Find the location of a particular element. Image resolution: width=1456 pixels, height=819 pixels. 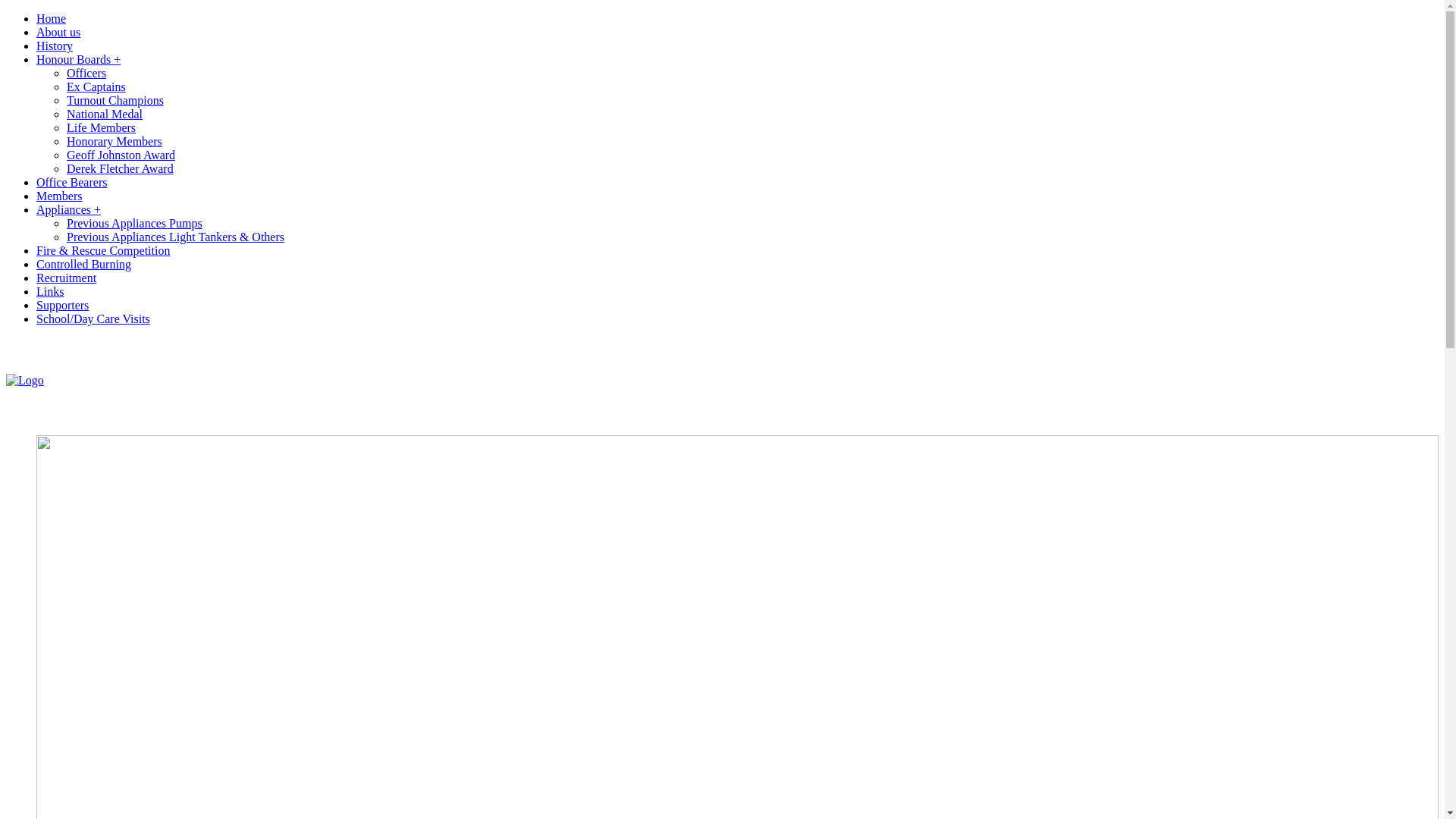

'Ex Captains' is located at coordinates (95, 86).